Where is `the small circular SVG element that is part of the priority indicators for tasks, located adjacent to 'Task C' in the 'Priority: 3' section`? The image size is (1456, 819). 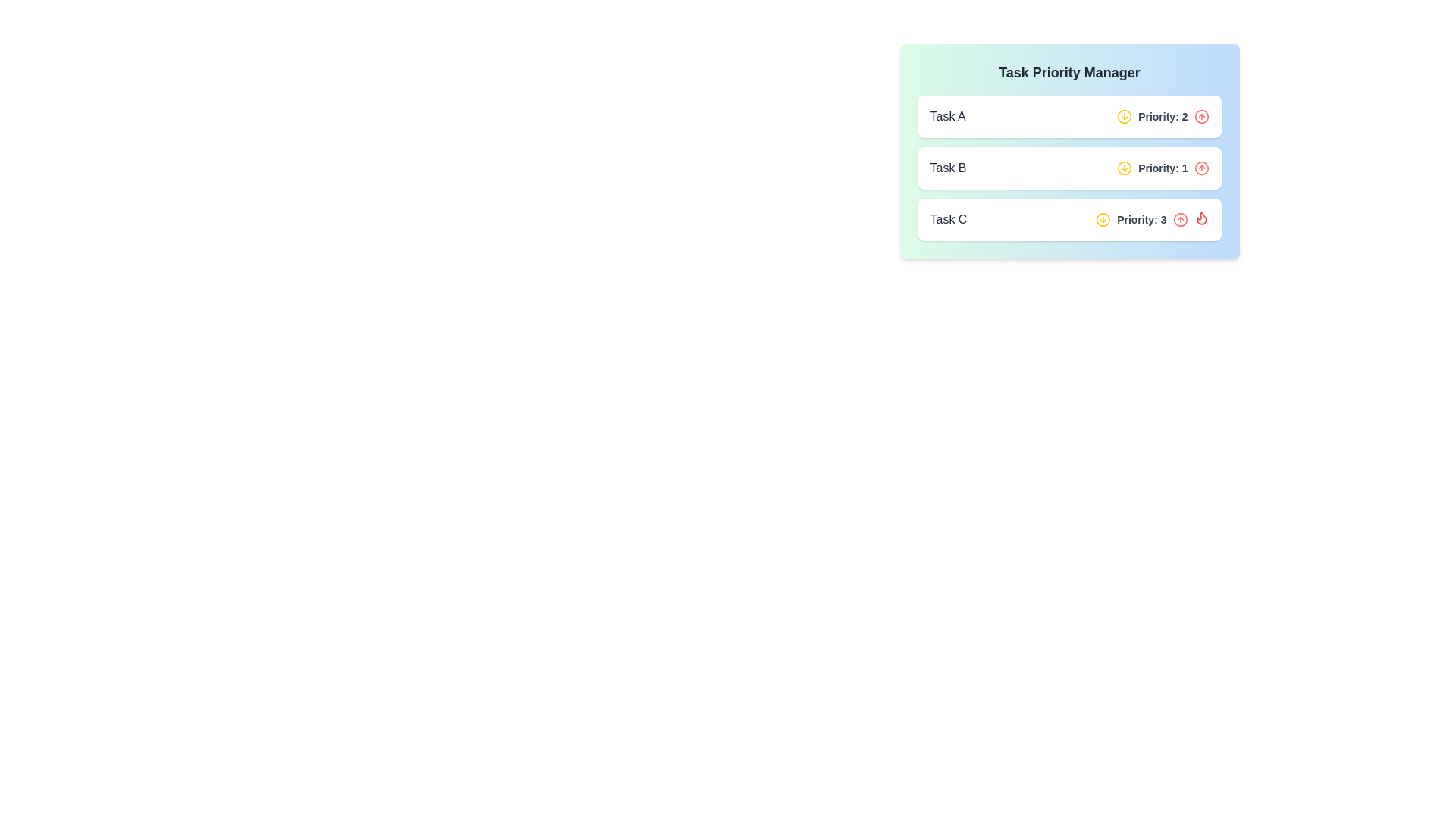 the small circular SVG element that is part of the priority indicators for tasks, located adjacent to 'Task C' in the 'Priority: 3' section is located at coordinates (1179, 219).